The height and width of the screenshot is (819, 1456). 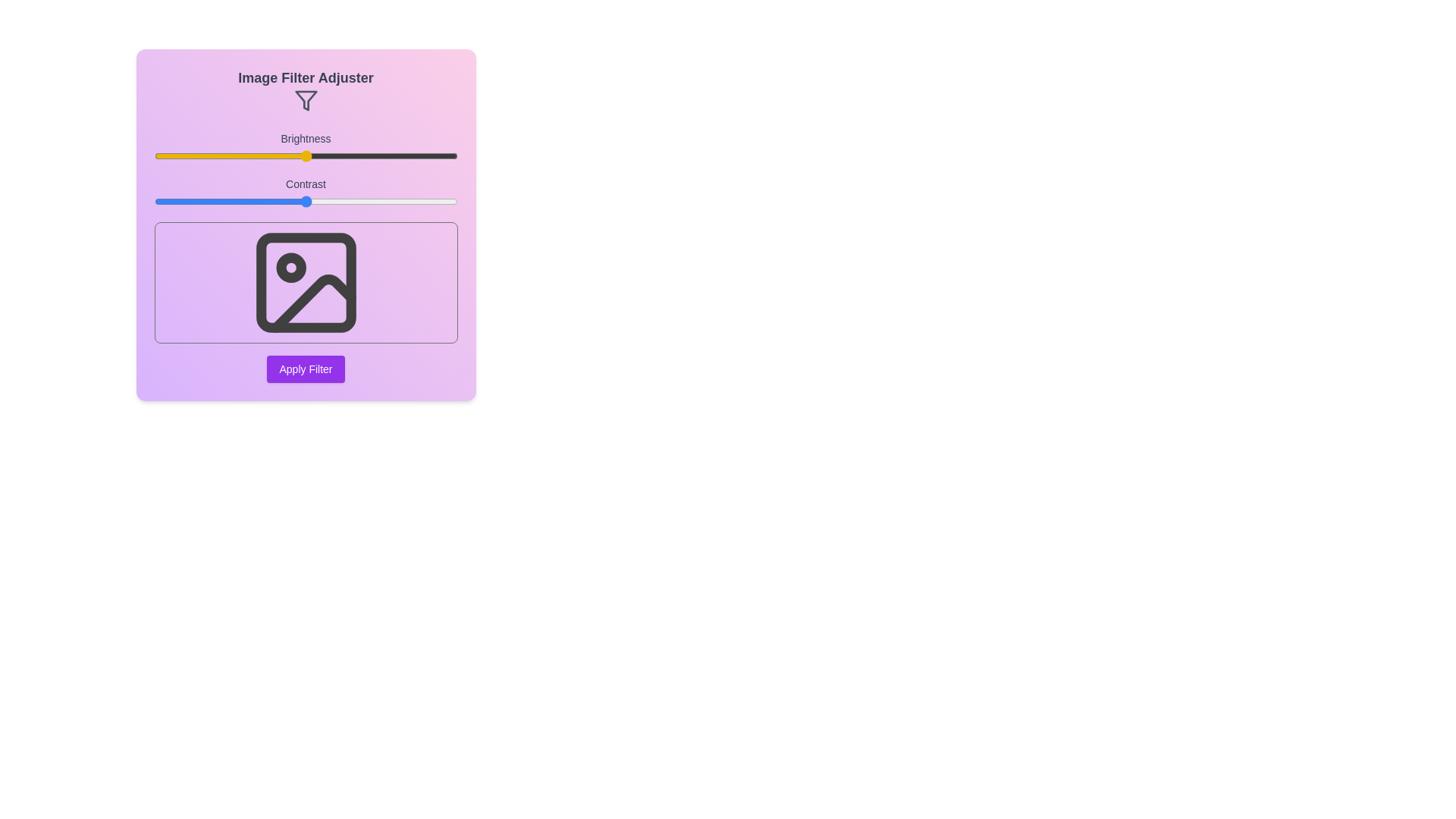 What do you see at coordinates (251, 155) in the screenshot?
I see `the brightness slider to 32%` at bounding box center [251, 155].